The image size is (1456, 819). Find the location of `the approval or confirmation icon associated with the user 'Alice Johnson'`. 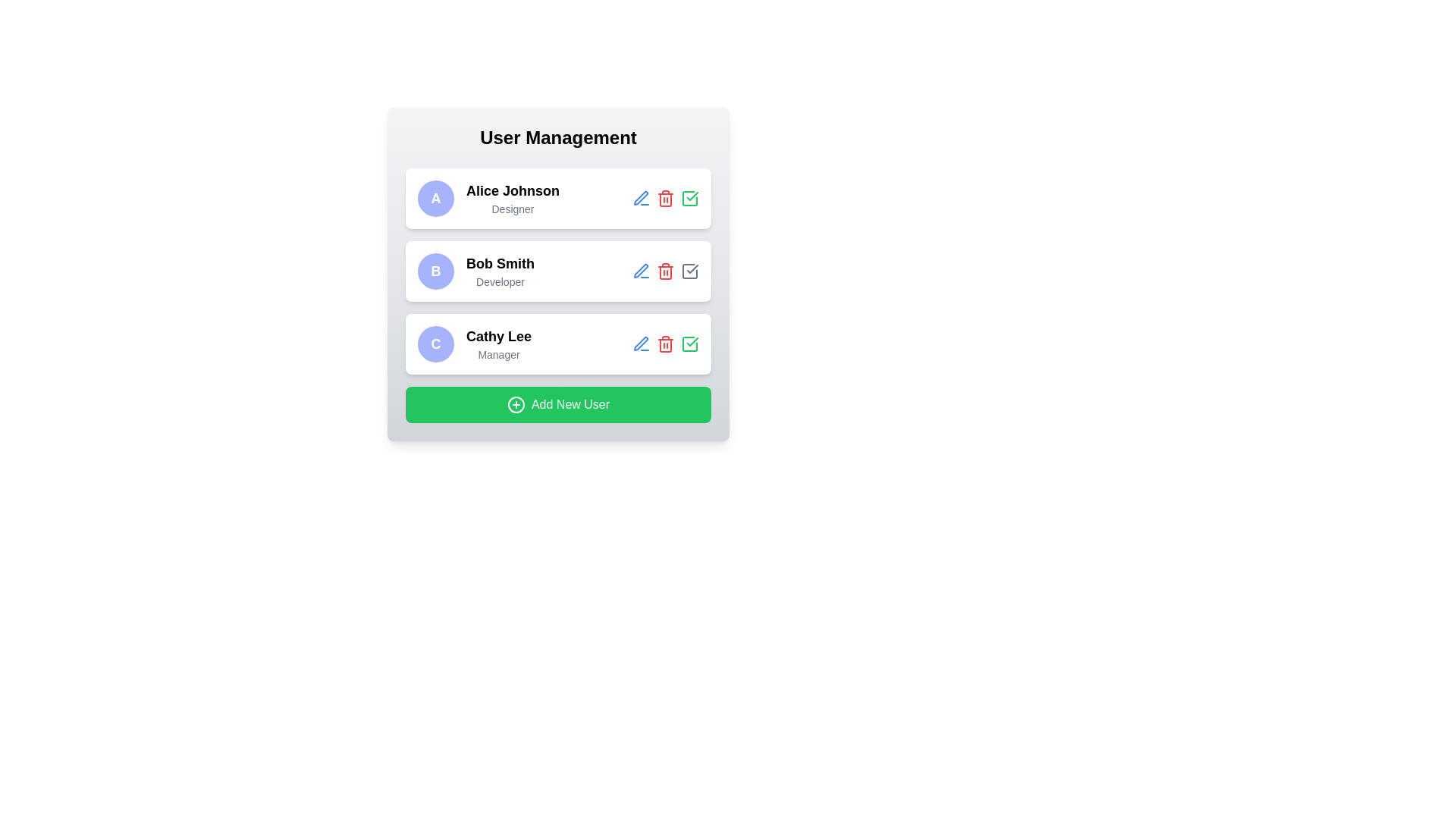

the approval or confirmation icon associated with the user 'Alice Johnson' is located at coordinates (689, 198).